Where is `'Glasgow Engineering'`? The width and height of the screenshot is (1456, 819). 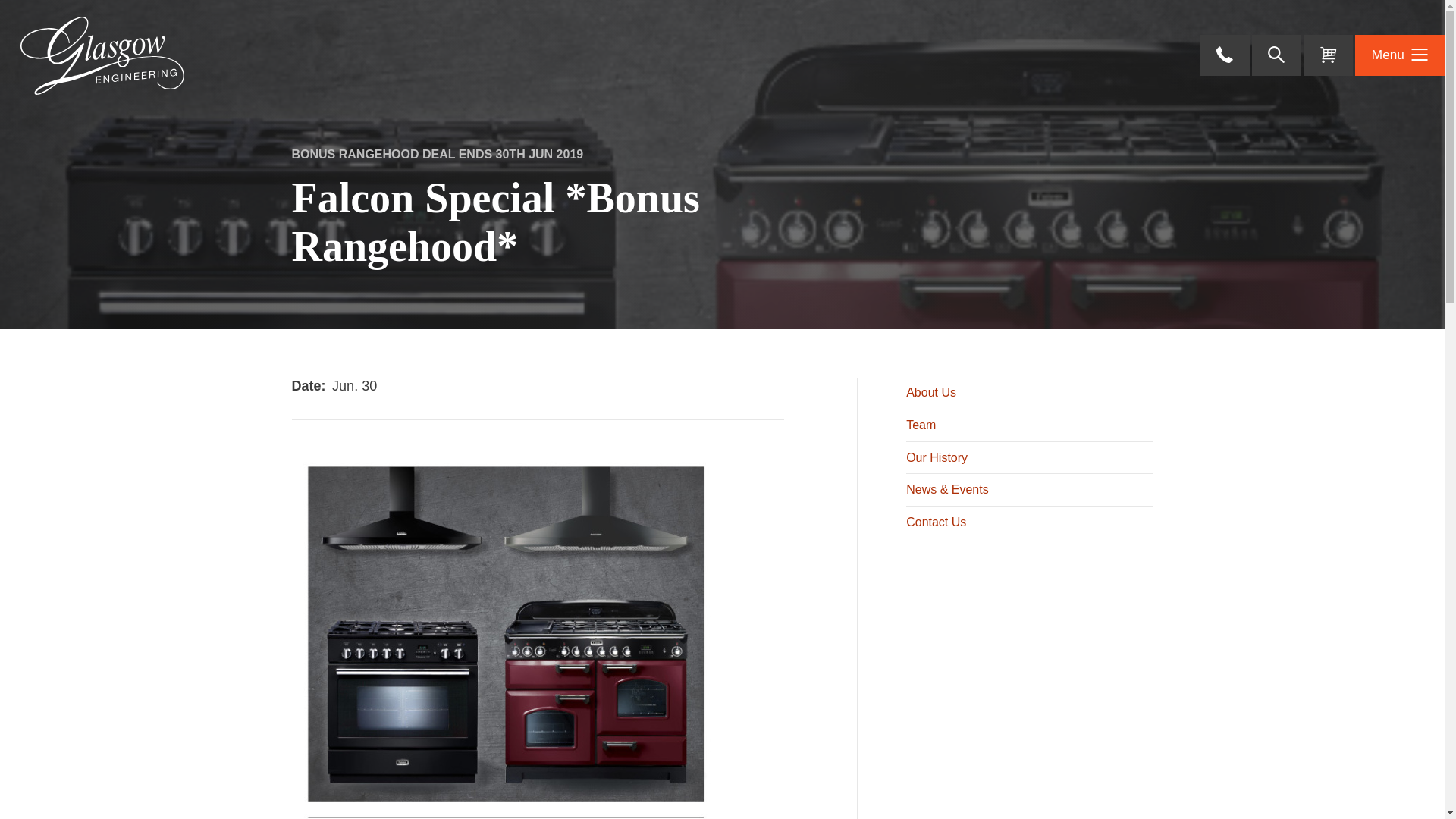 'Glasgow Engineering' is located at coordinates (101, 54).